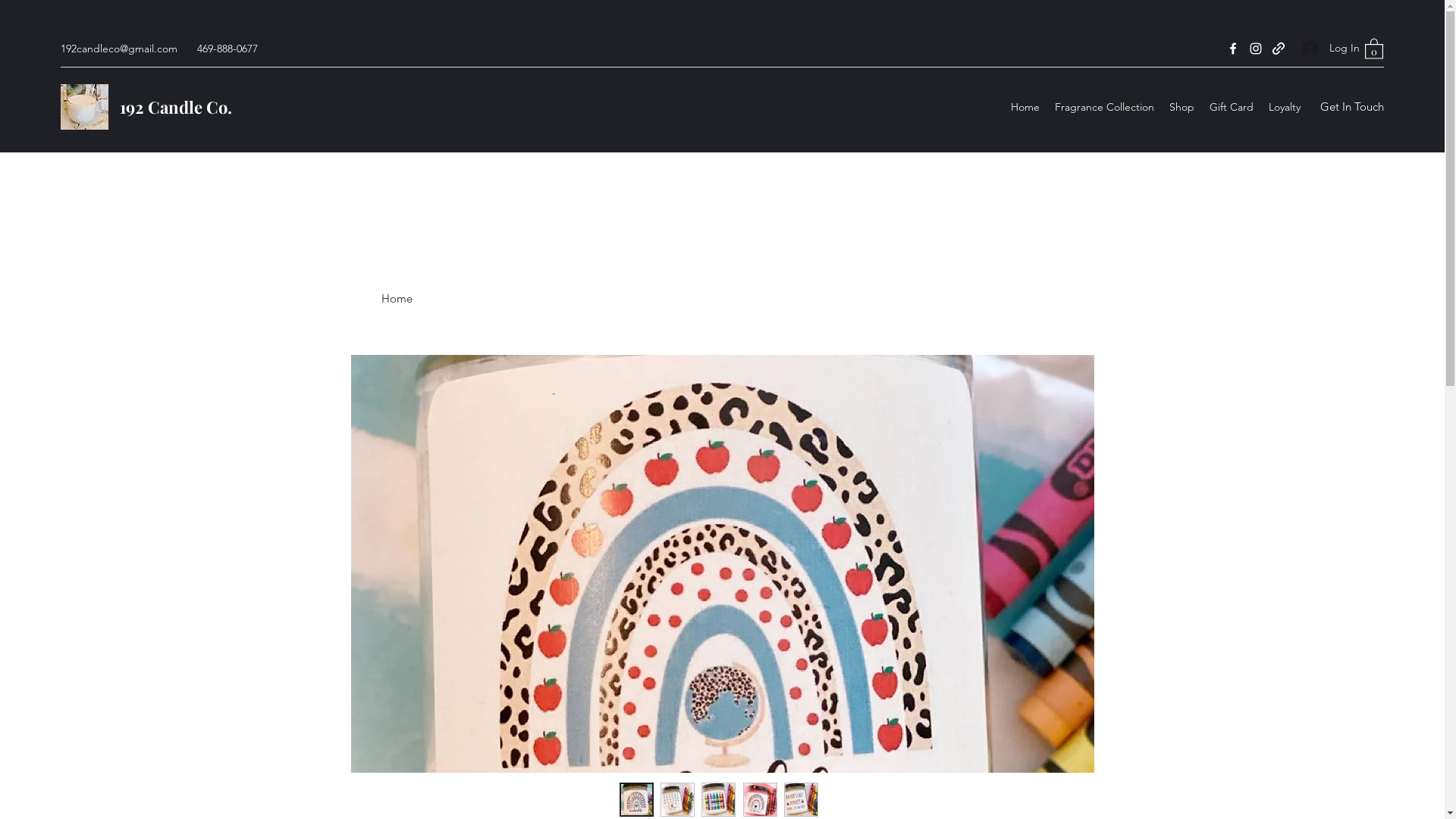  What do you see at coordinates (175, 106) in the screenshot?
I see `'192 Candle Co.'` at bounding box center [175, 106].